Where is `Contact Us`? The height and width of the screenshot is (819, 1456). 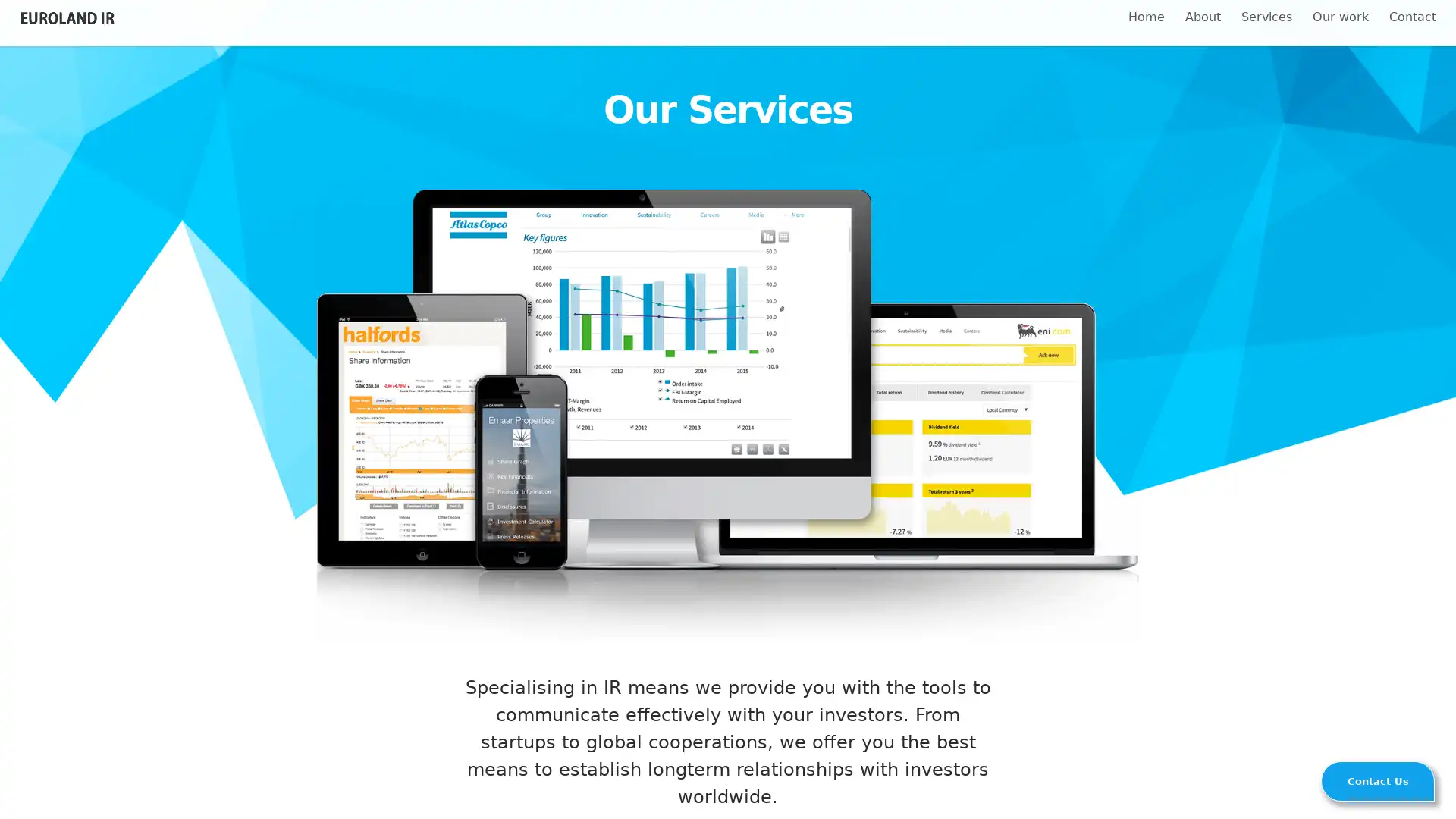
Contact Us is located at coordinates (1378, 780).